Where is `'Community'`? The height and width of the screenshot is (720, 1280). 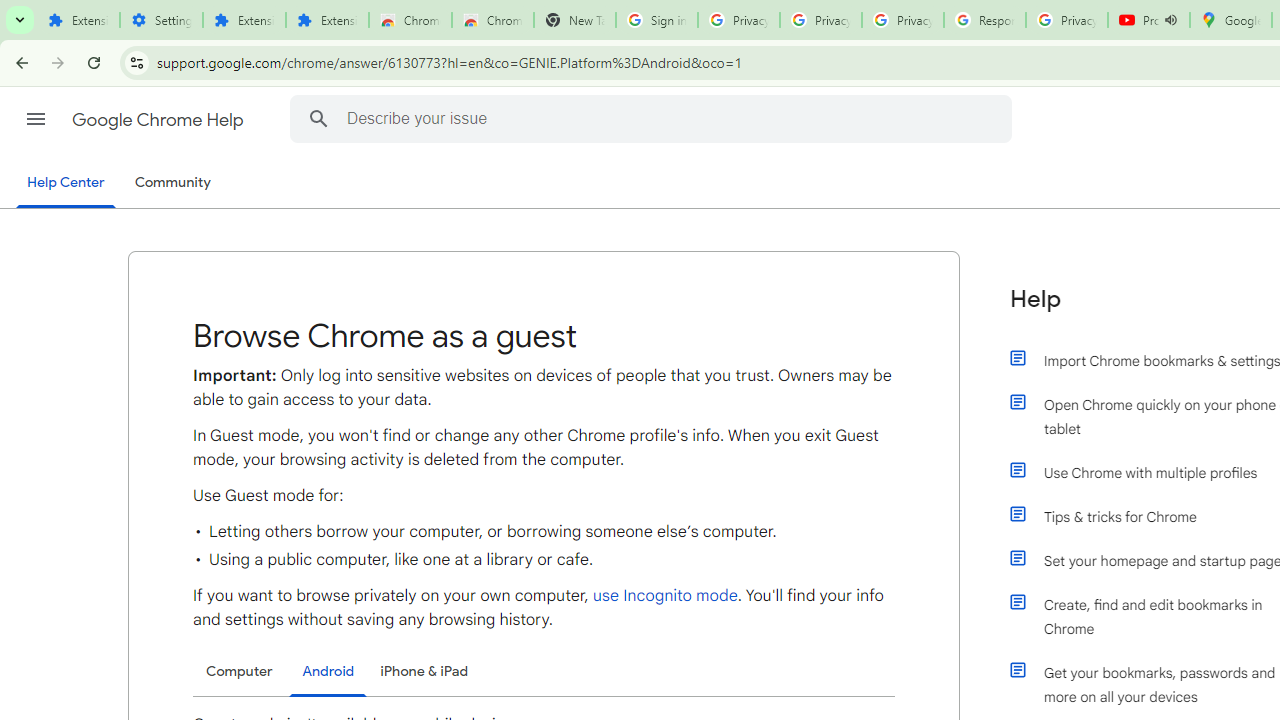
'Community' is located at coordinates (172, 183).